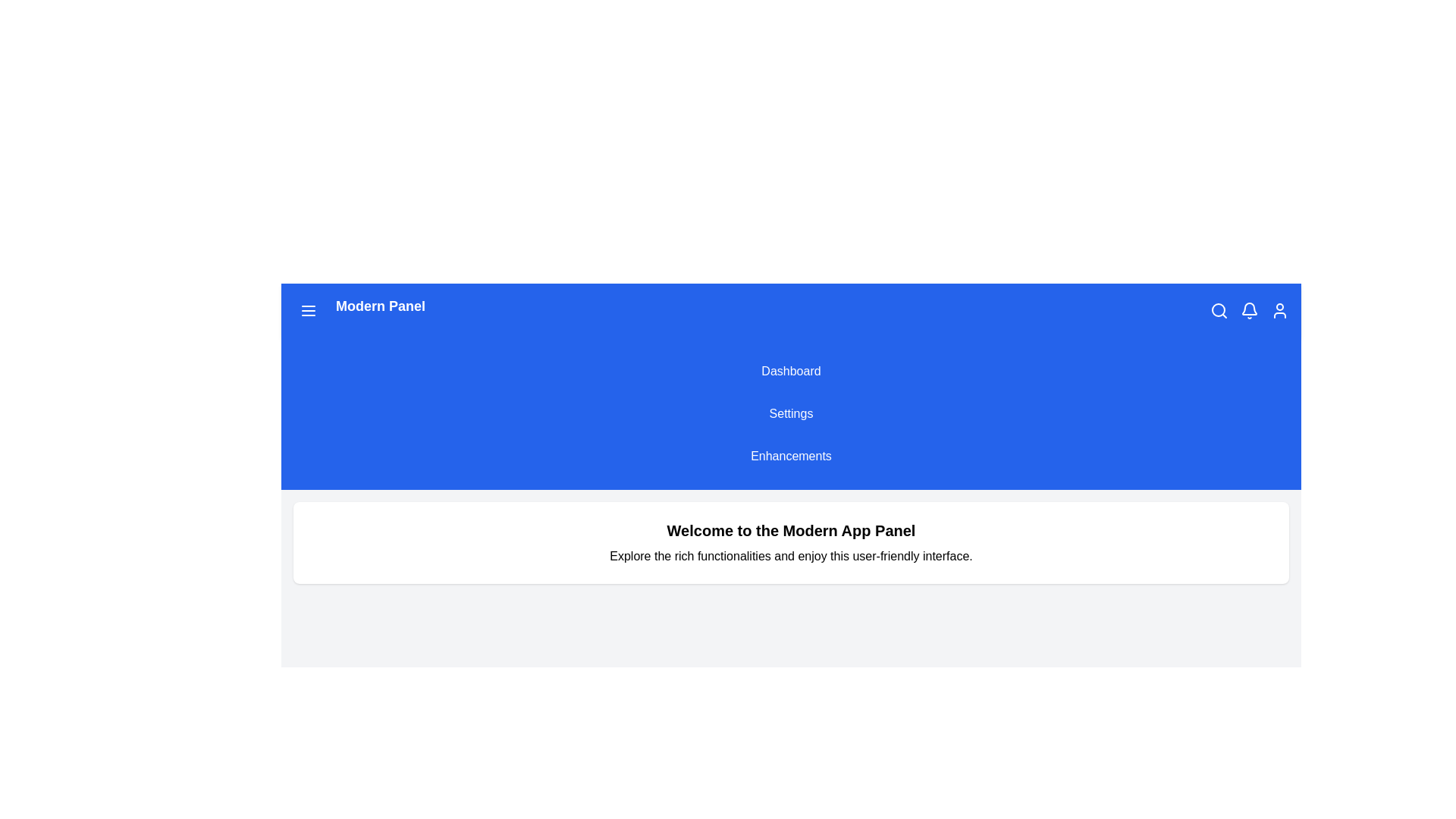  What do you see at coordinates (308, 309) in the screenshot?
I see `the menu button to toggle the visibility of the menu` at bounding box center [308, 309].